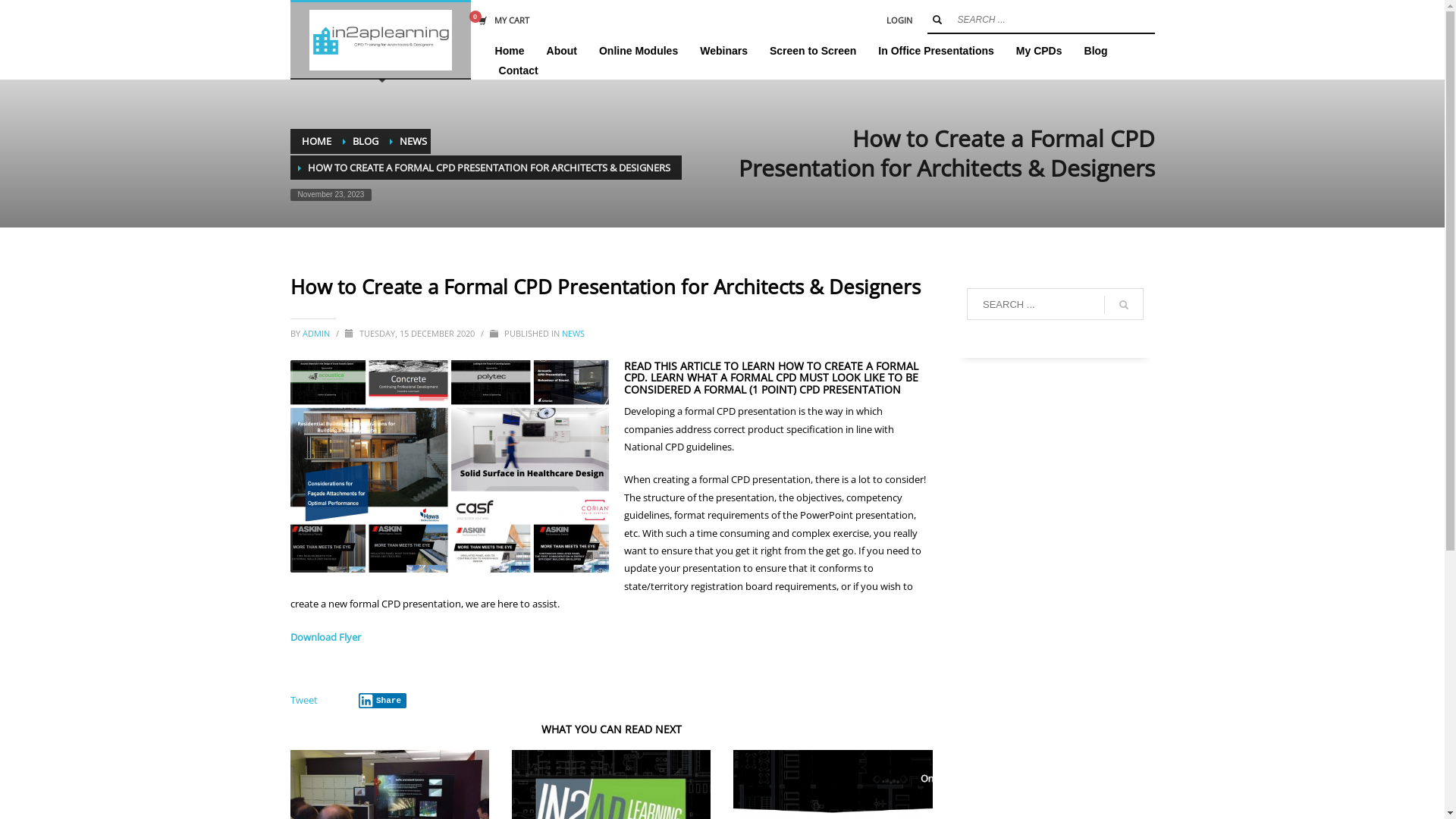 Image resolution: width=1456 pixels, height=819 pixels. What do you see at coordinates (510, 49) in the screenshot?
I see `'Home'` at bounding box center [510, 49].